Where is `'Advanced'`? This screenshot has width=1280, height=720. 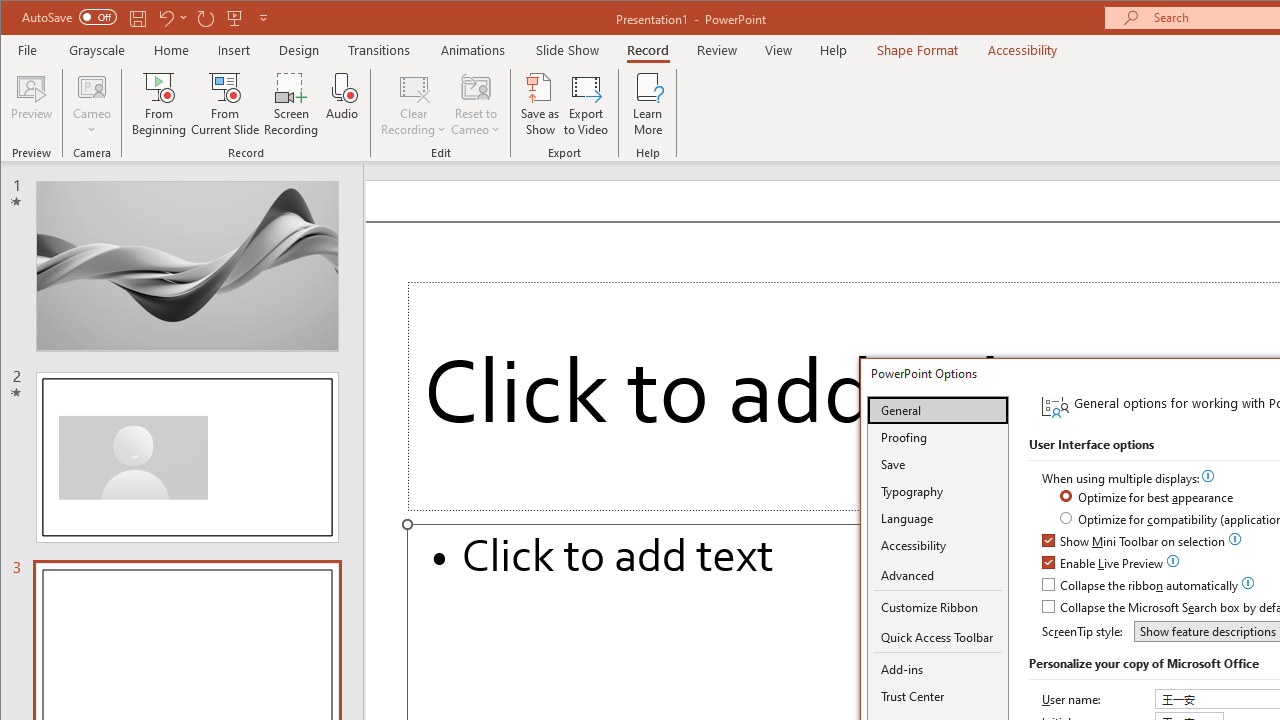 'Advanced' is located at coordinates (937, 576).